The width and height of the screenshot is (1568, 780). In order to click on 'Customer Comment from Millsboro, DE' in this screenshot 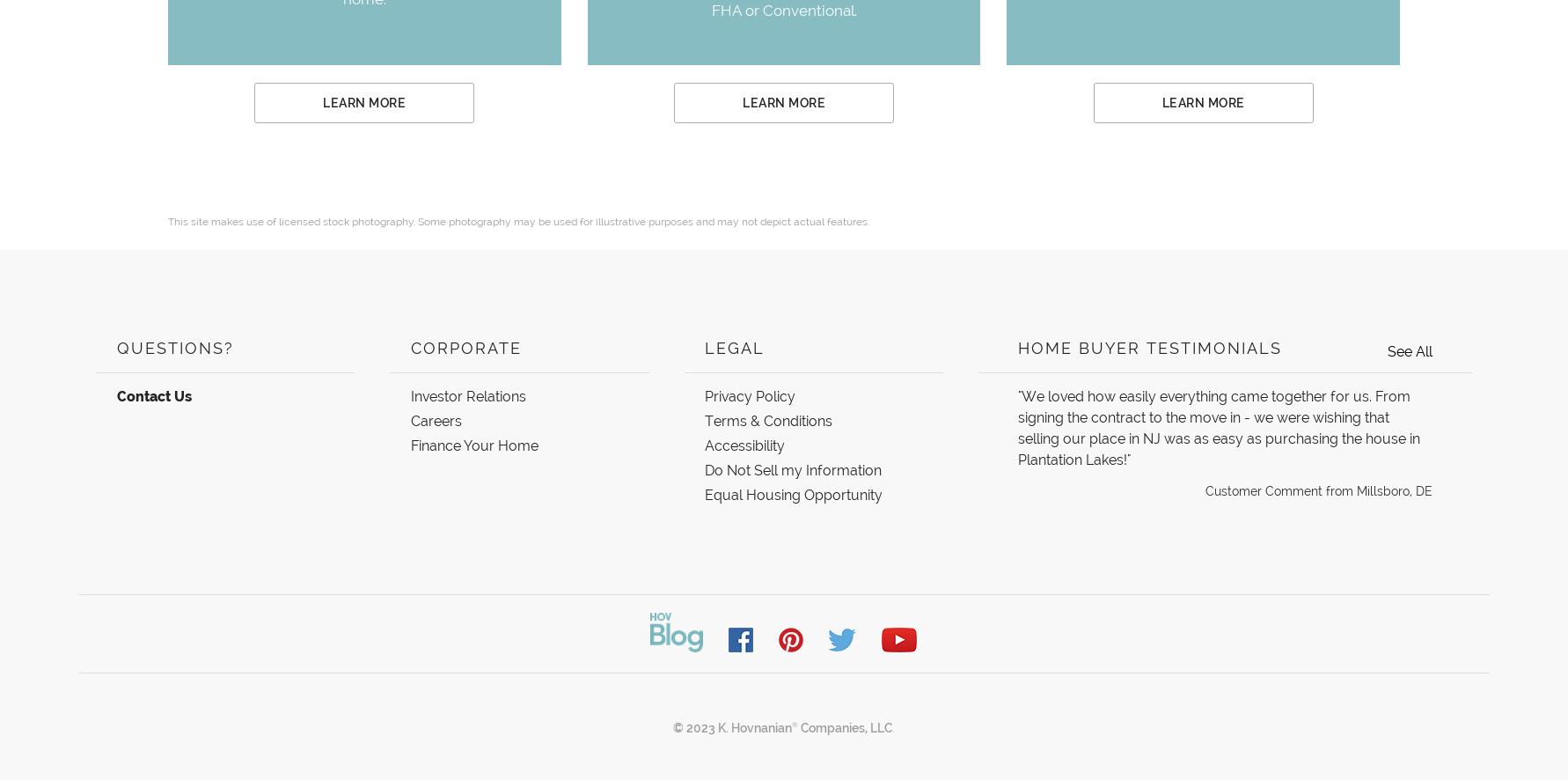, I will do `click(1205, 491)`.